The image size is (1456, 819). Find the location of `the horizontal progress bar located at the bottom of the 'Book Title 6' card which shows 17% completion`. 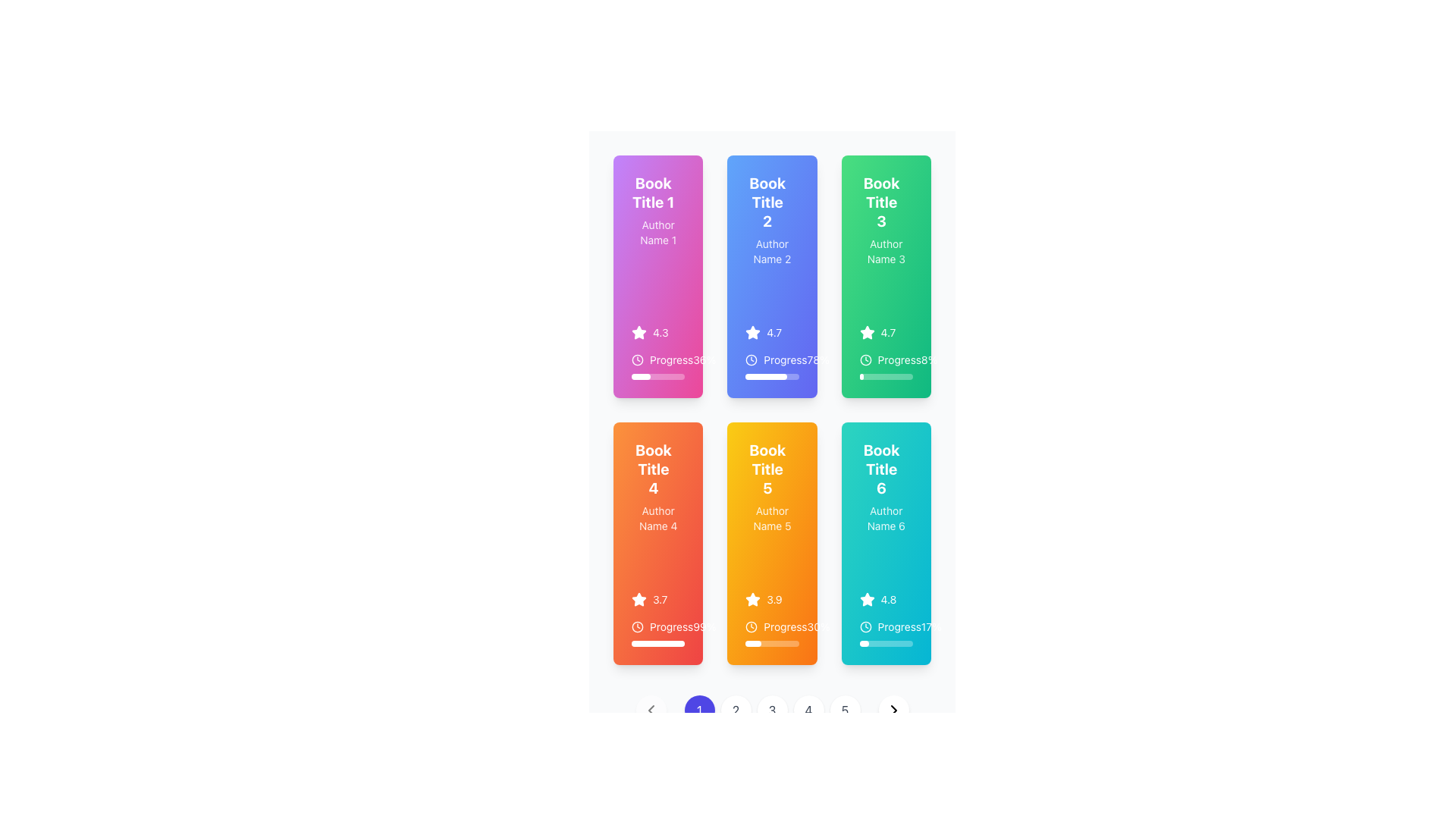

the horizontal progress bar located at the bottom of the 'Book Title 6' card which shows 17% completion is located at coordinates (886, 643).